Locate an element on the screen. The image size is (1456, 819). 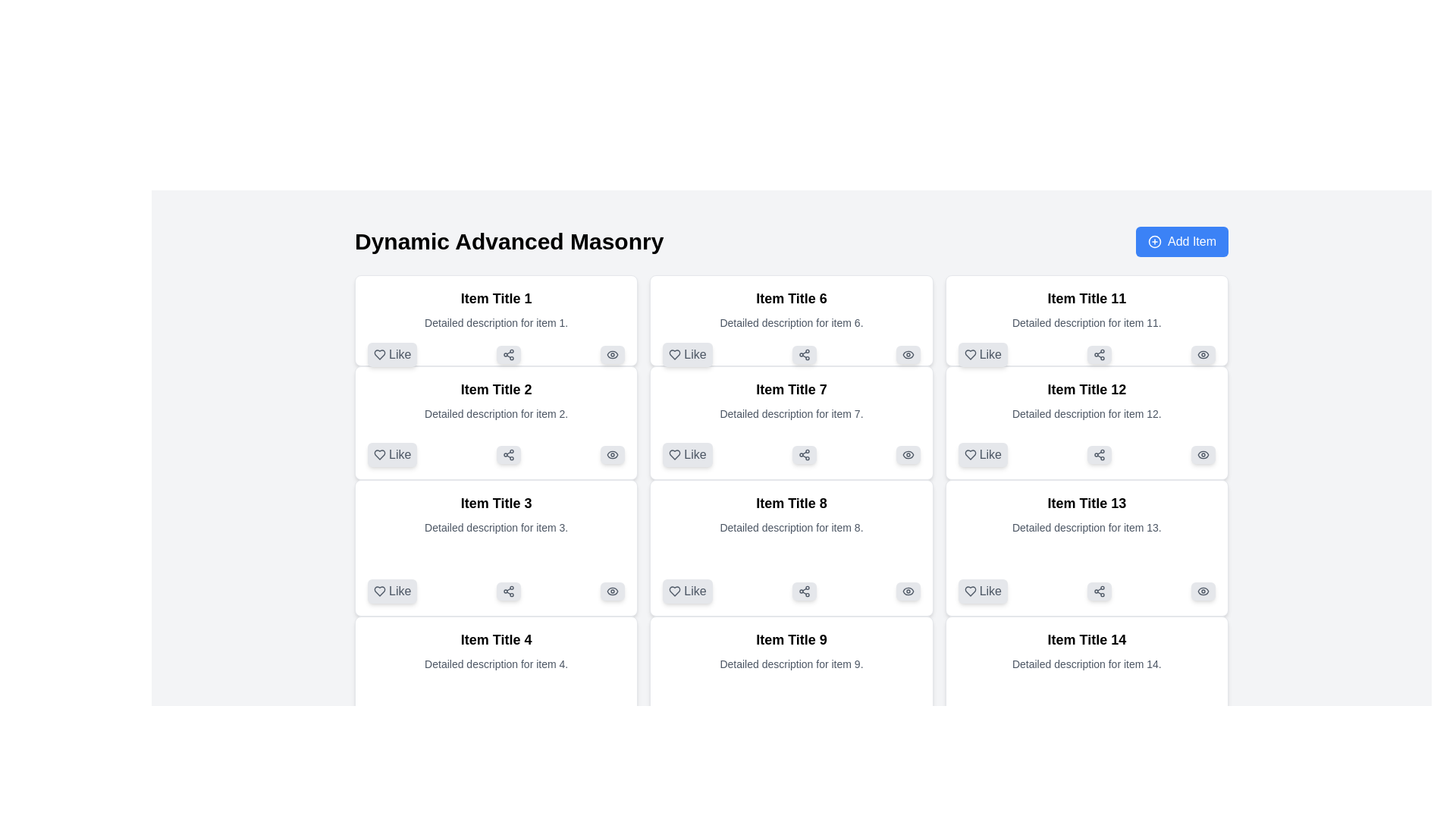
the text label that reads 'Detailed description for item 12.' which is located in the 12th cell of a masonry grid layout, positioned below the title 'Item Title 12' is located at coordinates (1086, 414).